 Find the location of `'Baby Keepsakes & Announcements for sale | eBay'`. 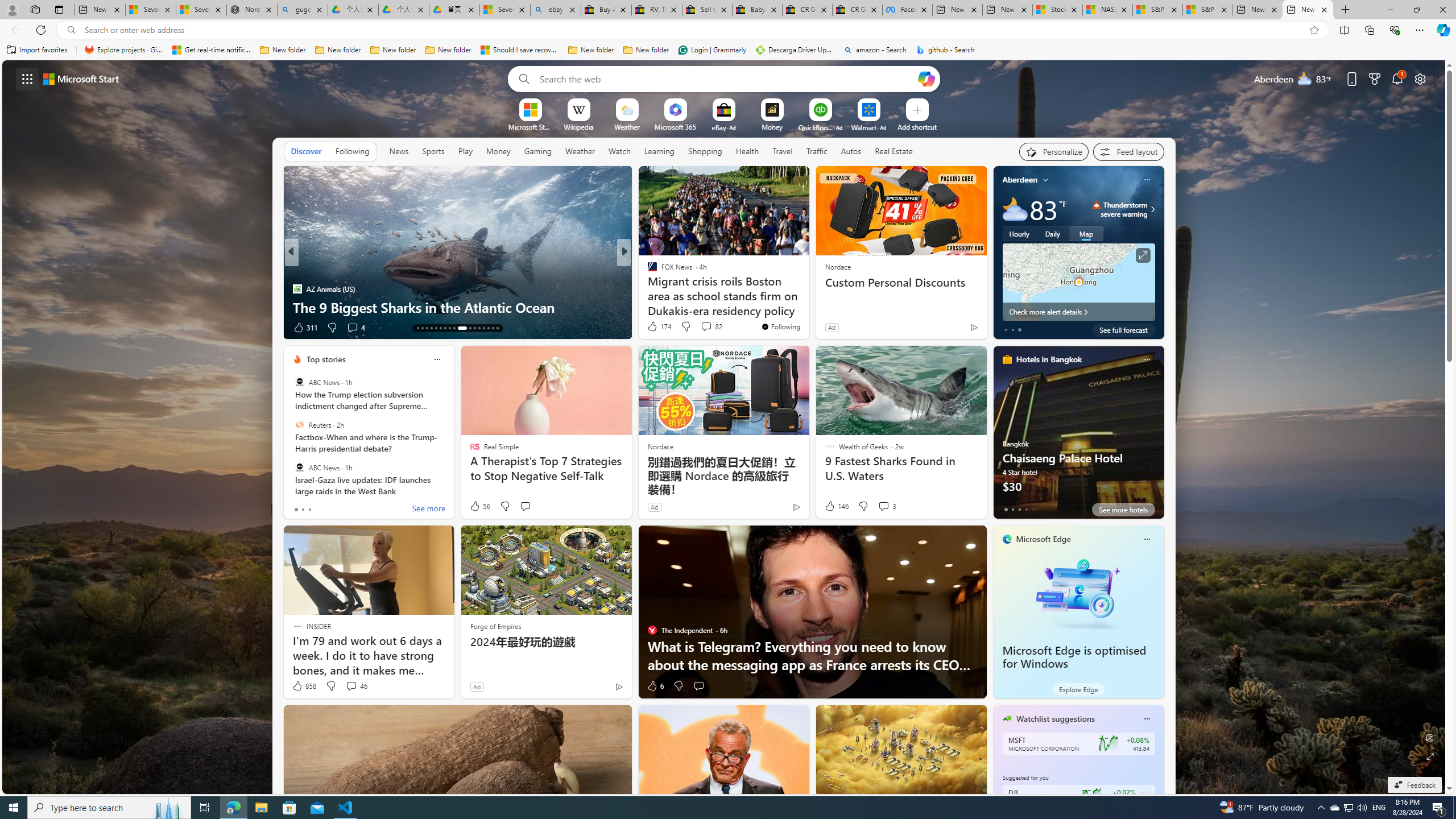

'Baby Keepsakes & Announcements for sale | eBay' is located at coordinates (758, 9).